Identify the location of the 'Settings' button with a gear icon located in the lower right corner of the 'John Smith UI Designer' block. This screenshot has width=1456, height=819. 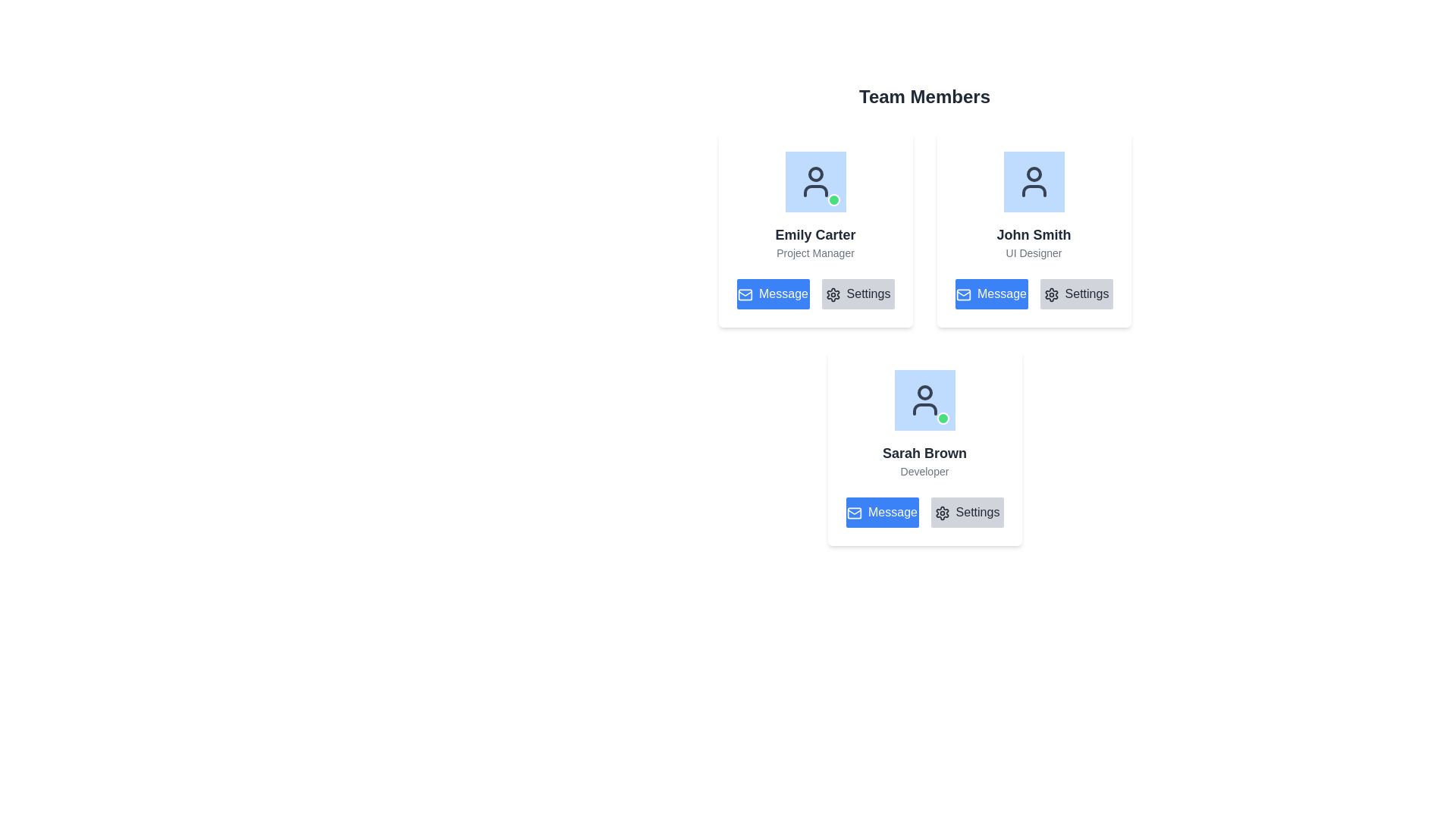
(1075, 294).